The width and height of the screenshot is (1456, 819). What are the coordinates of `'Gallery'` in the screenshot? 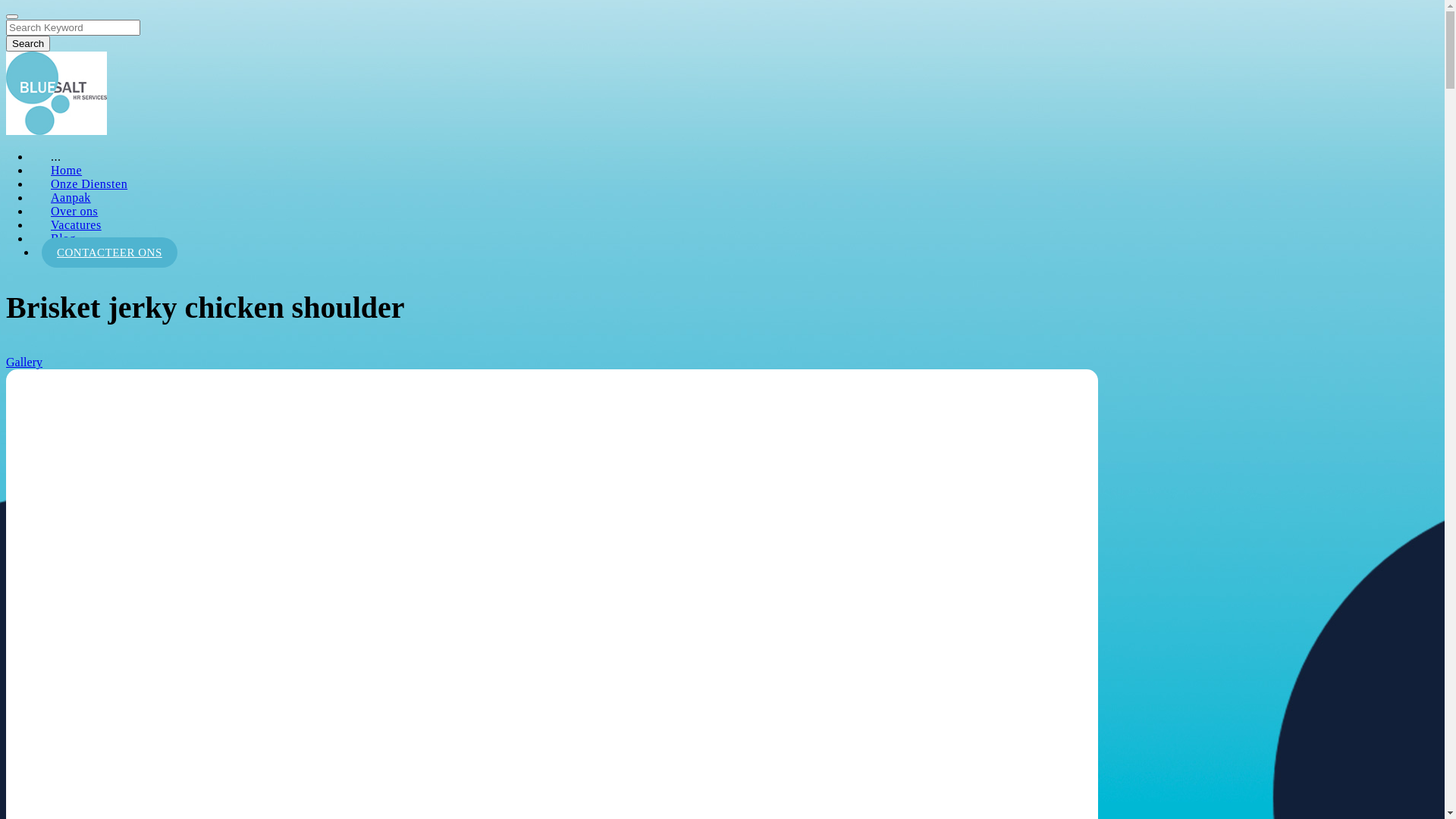 It's located at (24, 362).